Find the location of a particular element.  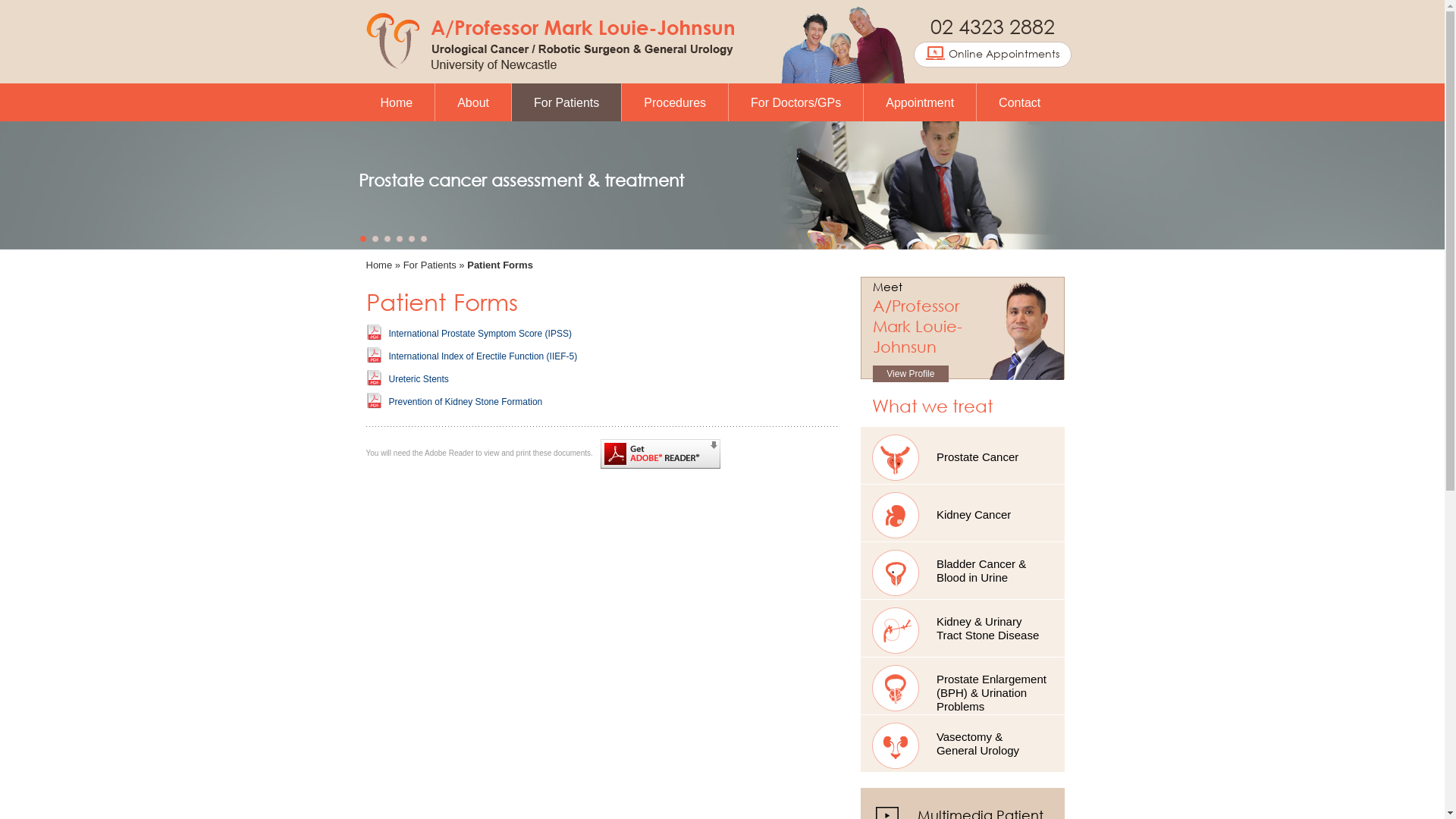

'Online Appointments' is located at coordinates (913, 54).